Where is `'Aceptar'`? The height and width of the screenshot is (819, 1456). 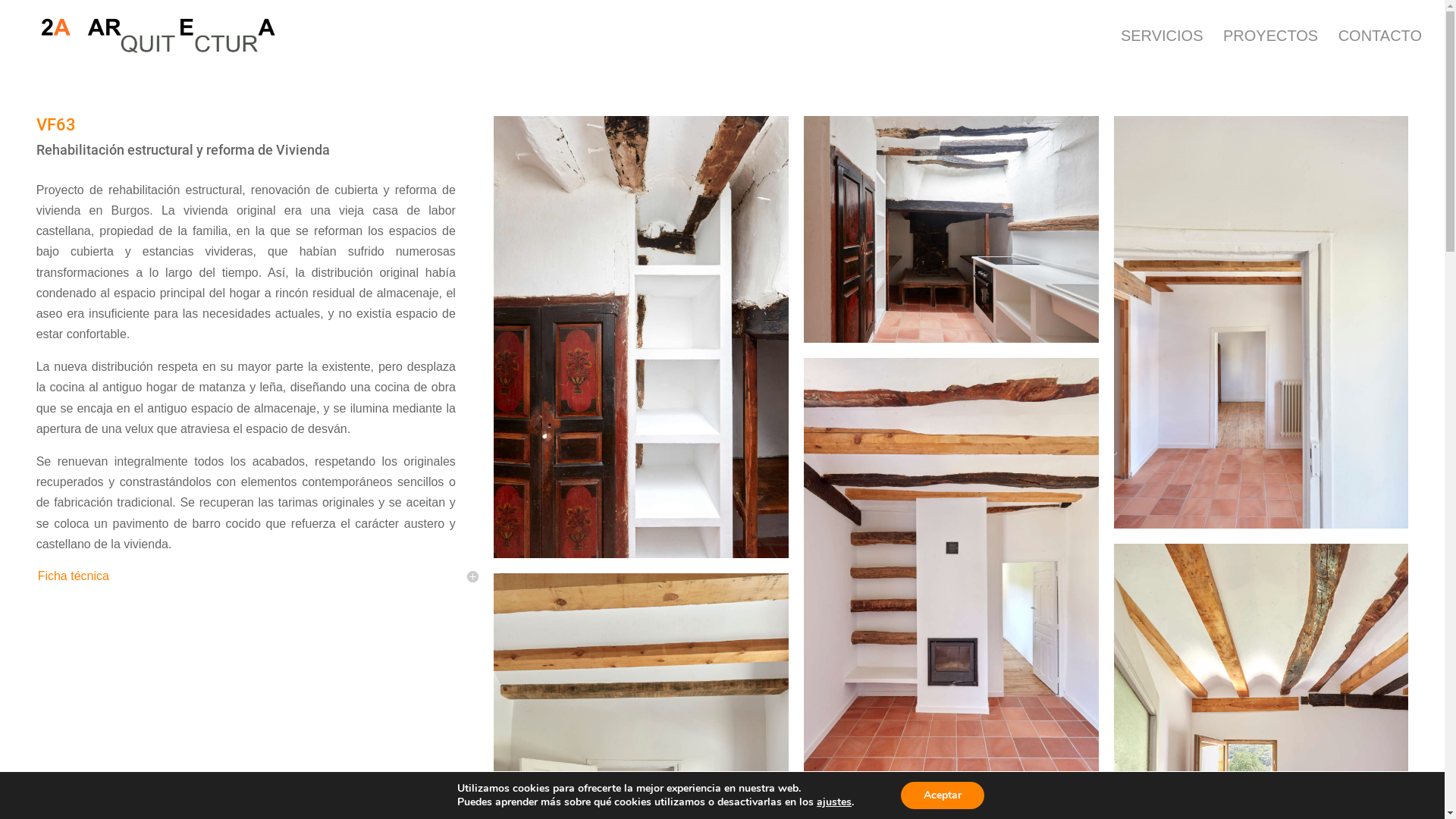 'Aceptar' is located at coordinates (901, 795).